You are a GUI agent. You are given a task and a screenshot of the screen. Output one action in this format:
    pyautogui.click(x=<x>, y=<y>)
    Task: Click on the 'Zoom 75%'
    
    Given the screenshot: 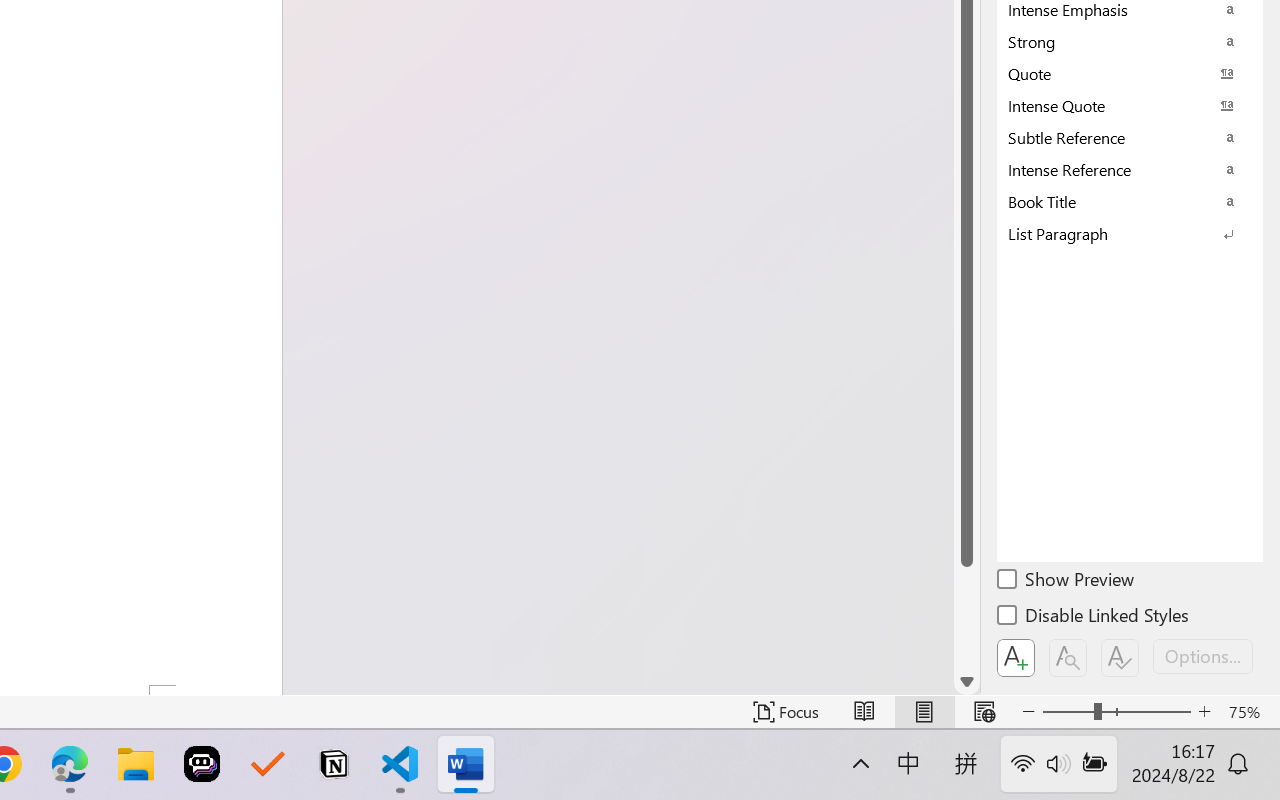 What is the action you would take?
    pyautogui.click(x=1248, y=711)
    